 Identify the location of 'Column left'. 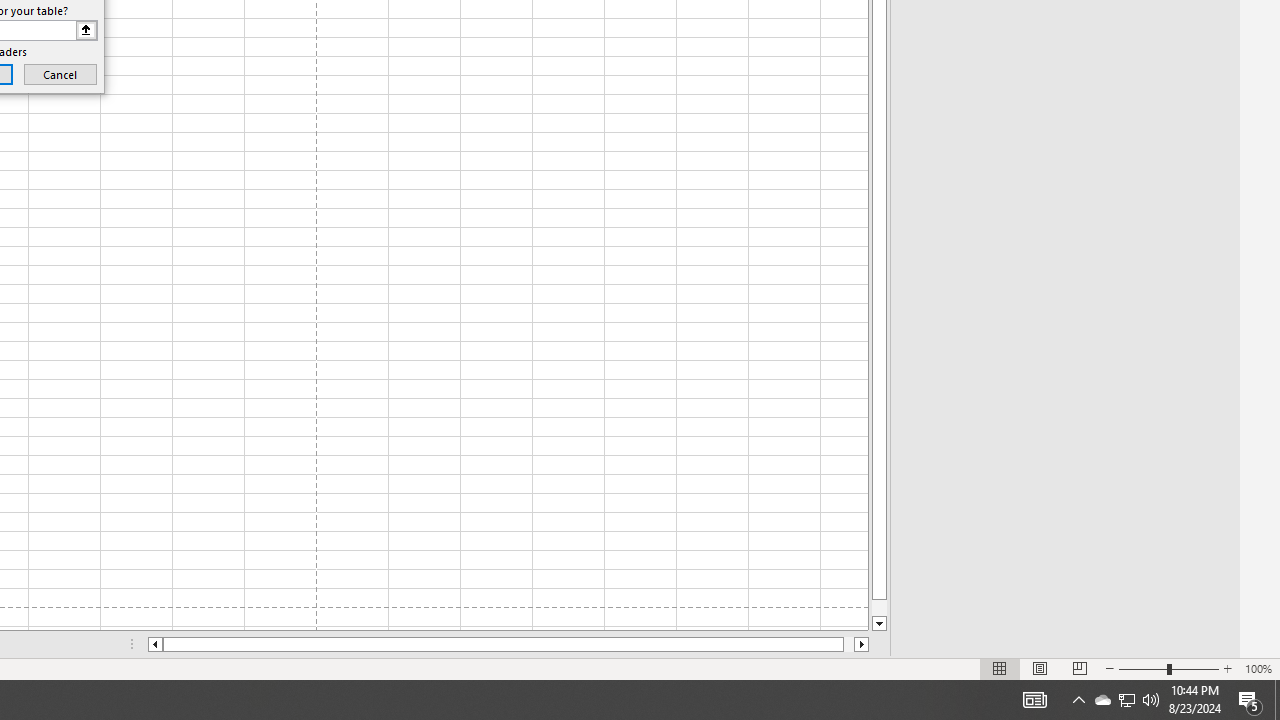
(153, 644).